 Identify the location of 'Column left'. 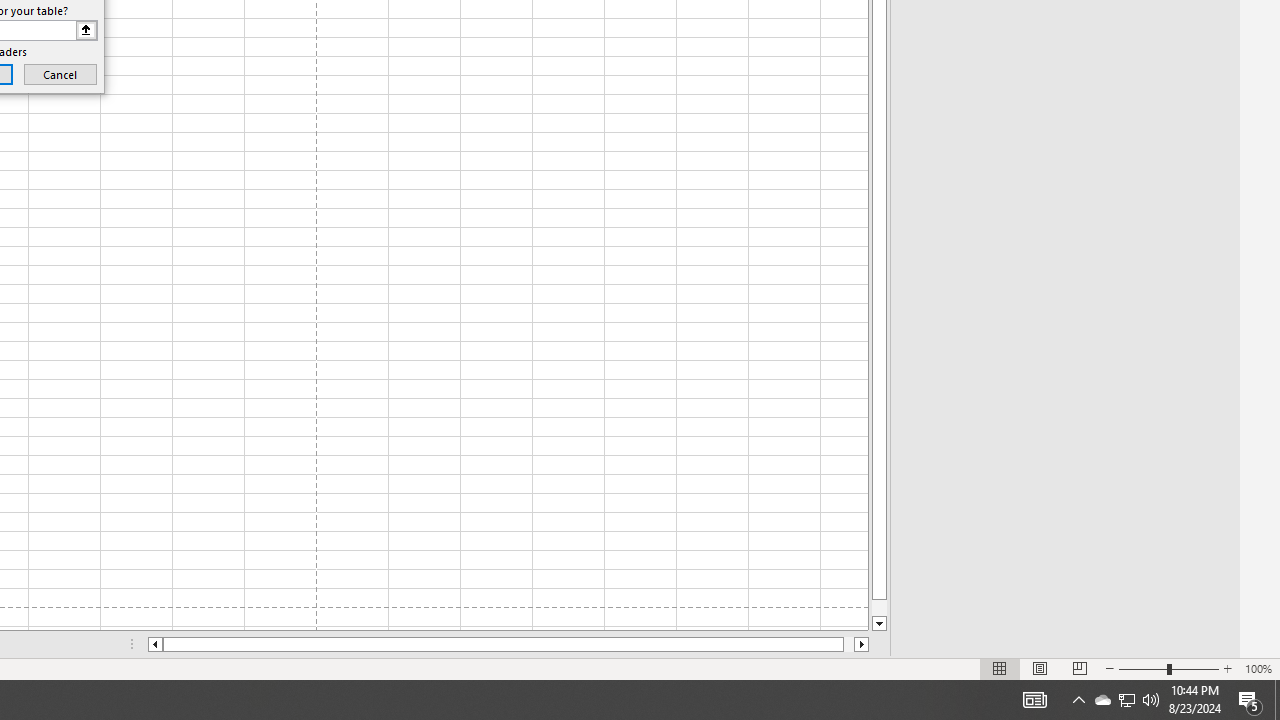
(153, 644).